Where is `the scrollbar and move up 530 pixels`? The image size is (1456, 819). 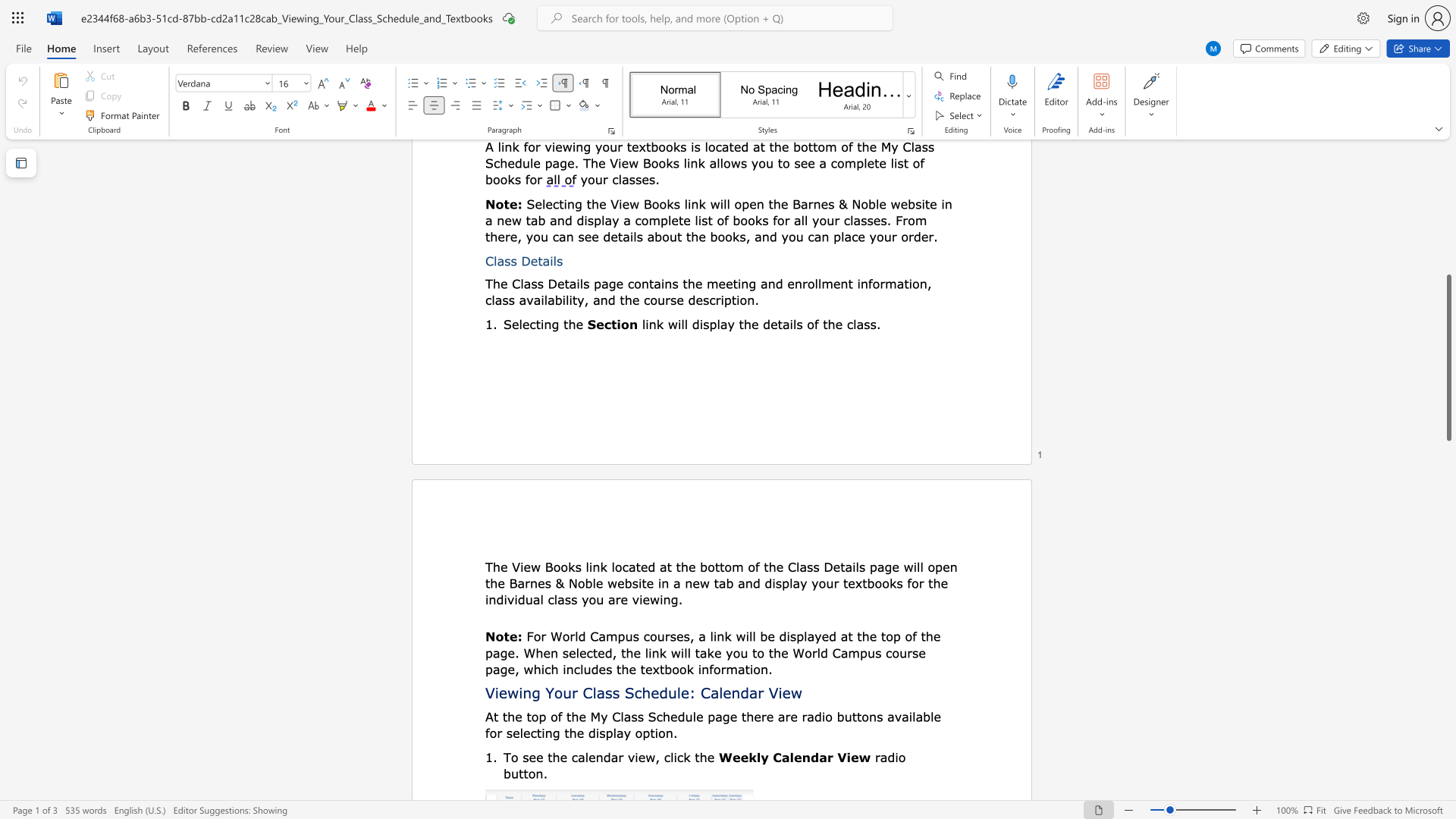 the scrollbar and move up 530 pixels is located at coordinates (1448, 358).